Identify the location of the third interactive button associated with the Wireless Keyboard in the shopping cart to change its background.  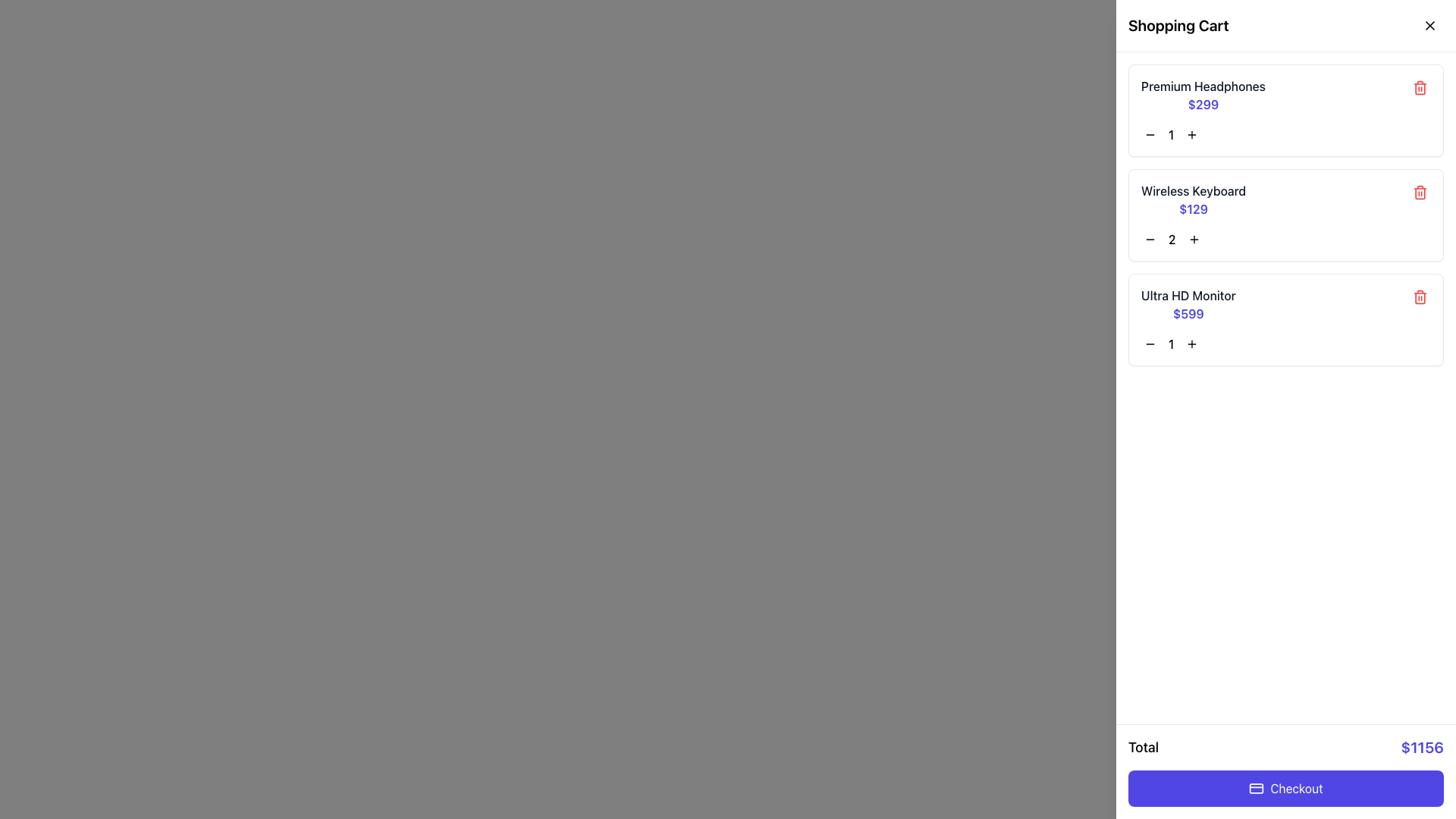
(1193, 239).